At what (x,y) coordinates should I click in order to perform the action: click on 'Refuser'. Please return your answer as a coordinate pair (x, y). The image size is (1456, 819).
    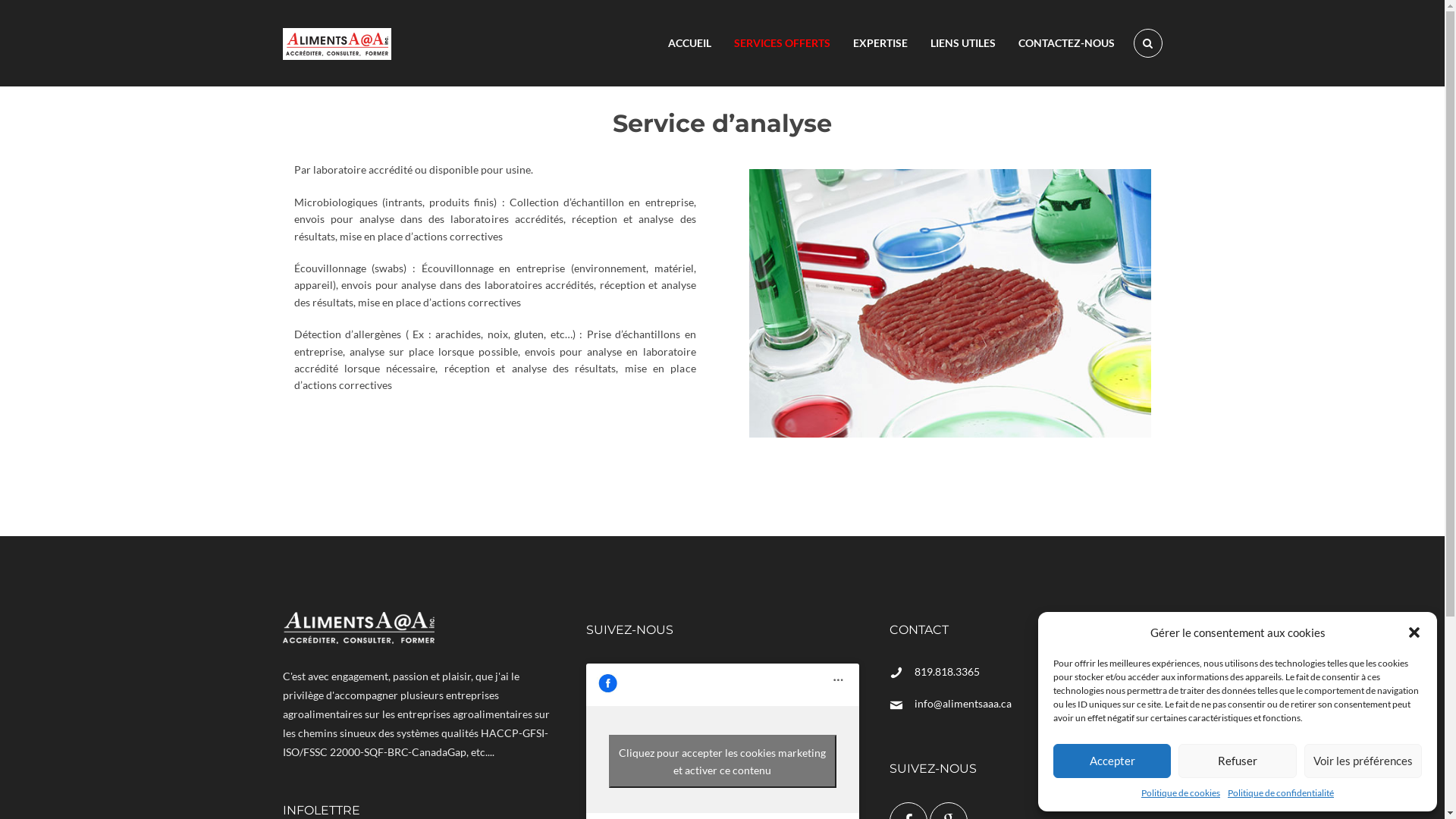
    Looking at the image, I should click on (1237, 761).